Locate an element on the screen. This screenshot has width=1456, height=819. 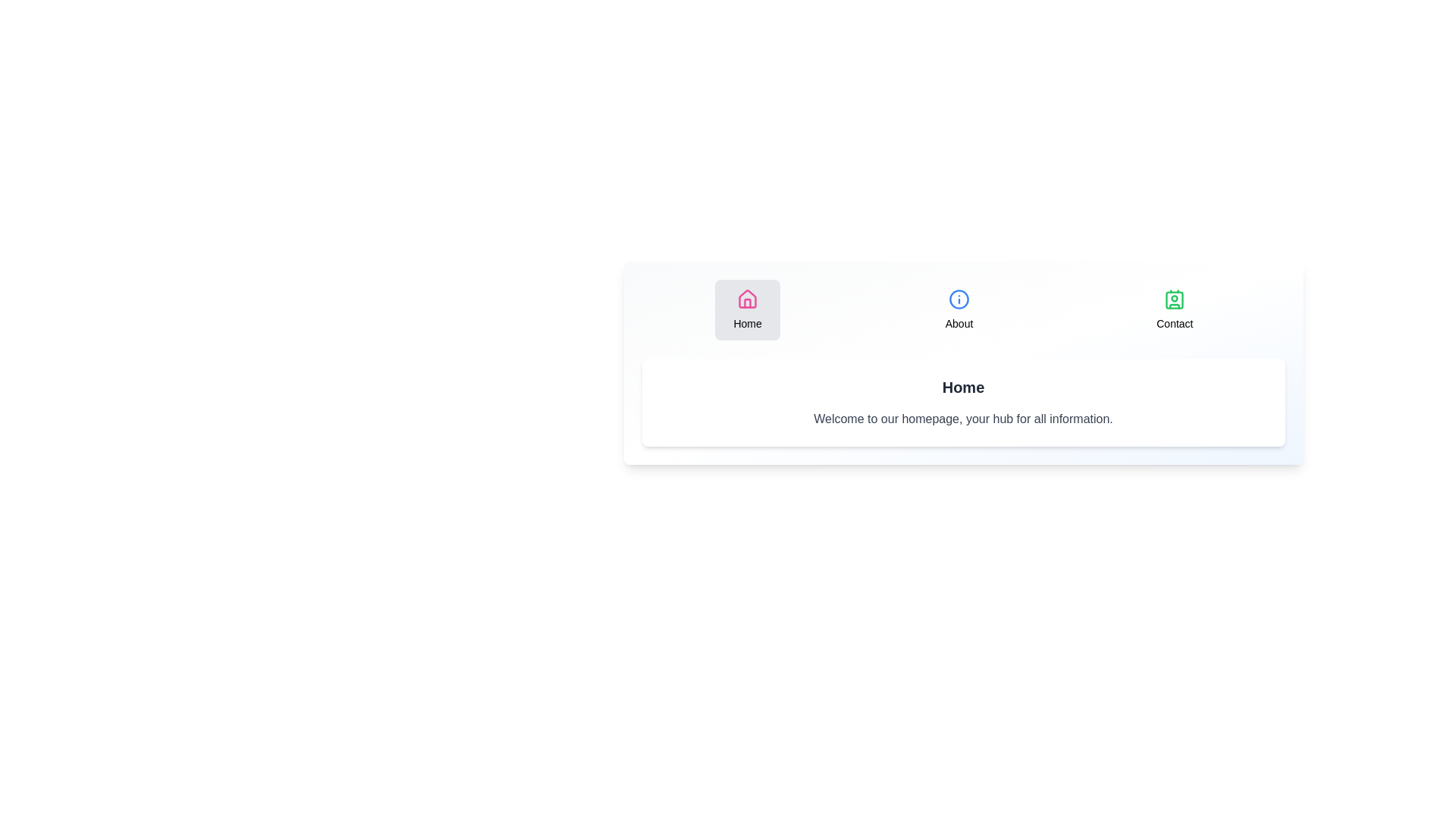
the Contact tab is located at coordinates (1174, 309).